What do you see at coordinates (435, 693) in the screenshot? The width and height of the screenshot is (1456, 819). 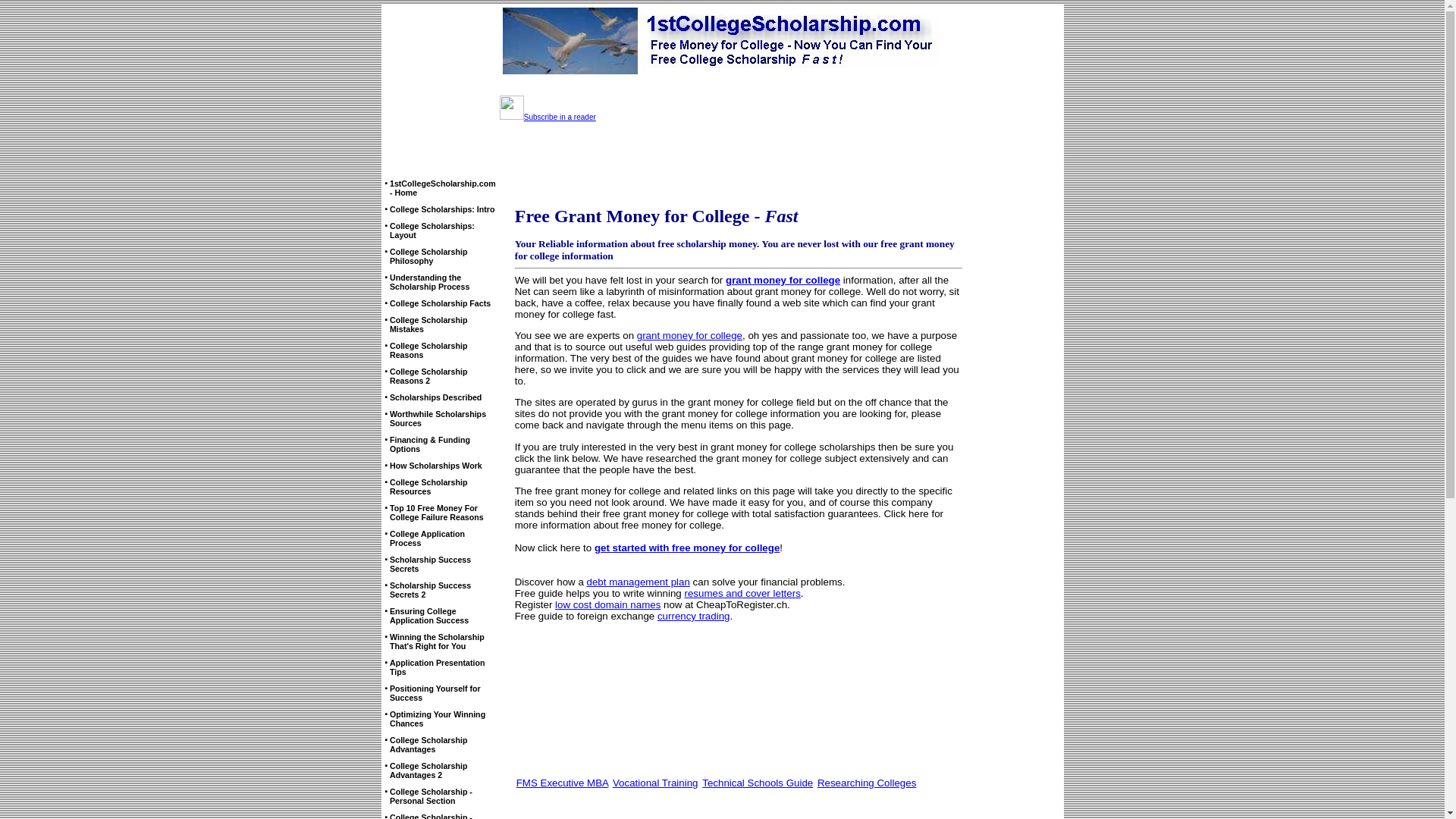 I see `'Positioning Yourself for Success'` at bounding box center [435, 693].